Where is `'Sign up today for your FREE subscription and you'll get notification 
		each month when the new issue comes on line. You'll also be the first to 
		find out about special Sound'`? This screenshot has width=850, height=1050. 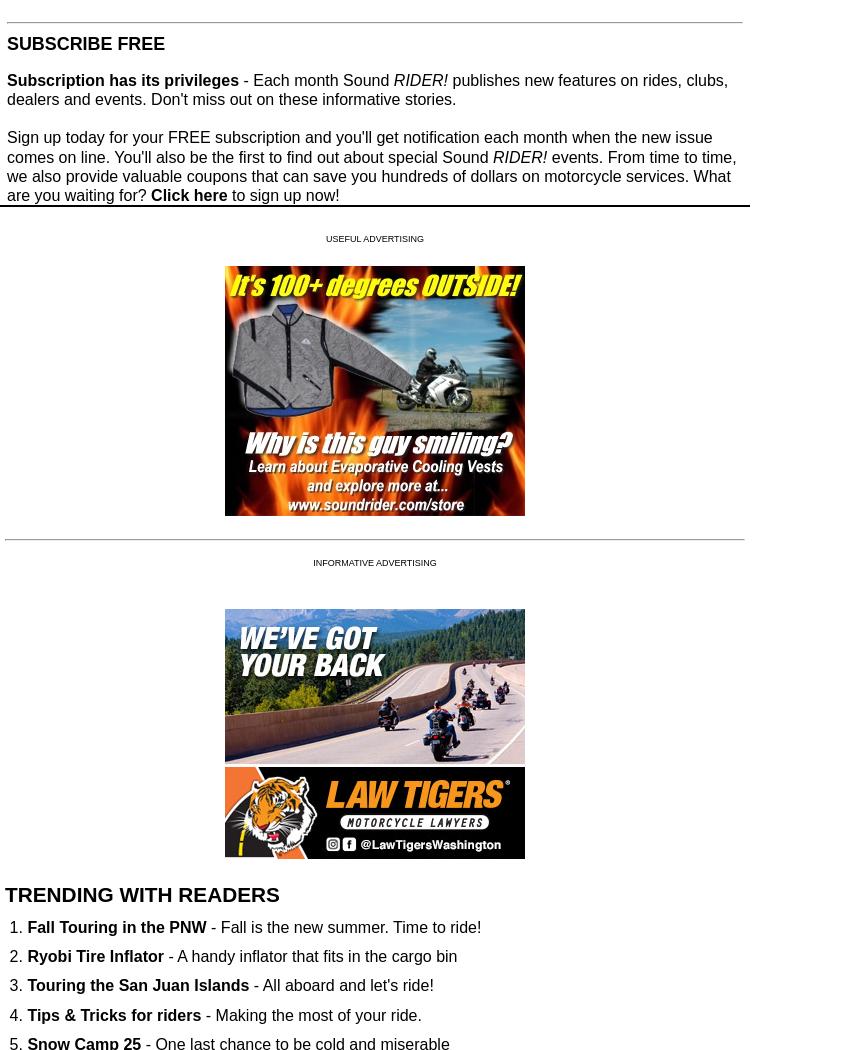 'Sign up today for your FREE subscription and you'll get notification 
		each month when the new issue comes on line. You'll also be the first to 
		find out about special Sound' is located at coordinates (358, 146).